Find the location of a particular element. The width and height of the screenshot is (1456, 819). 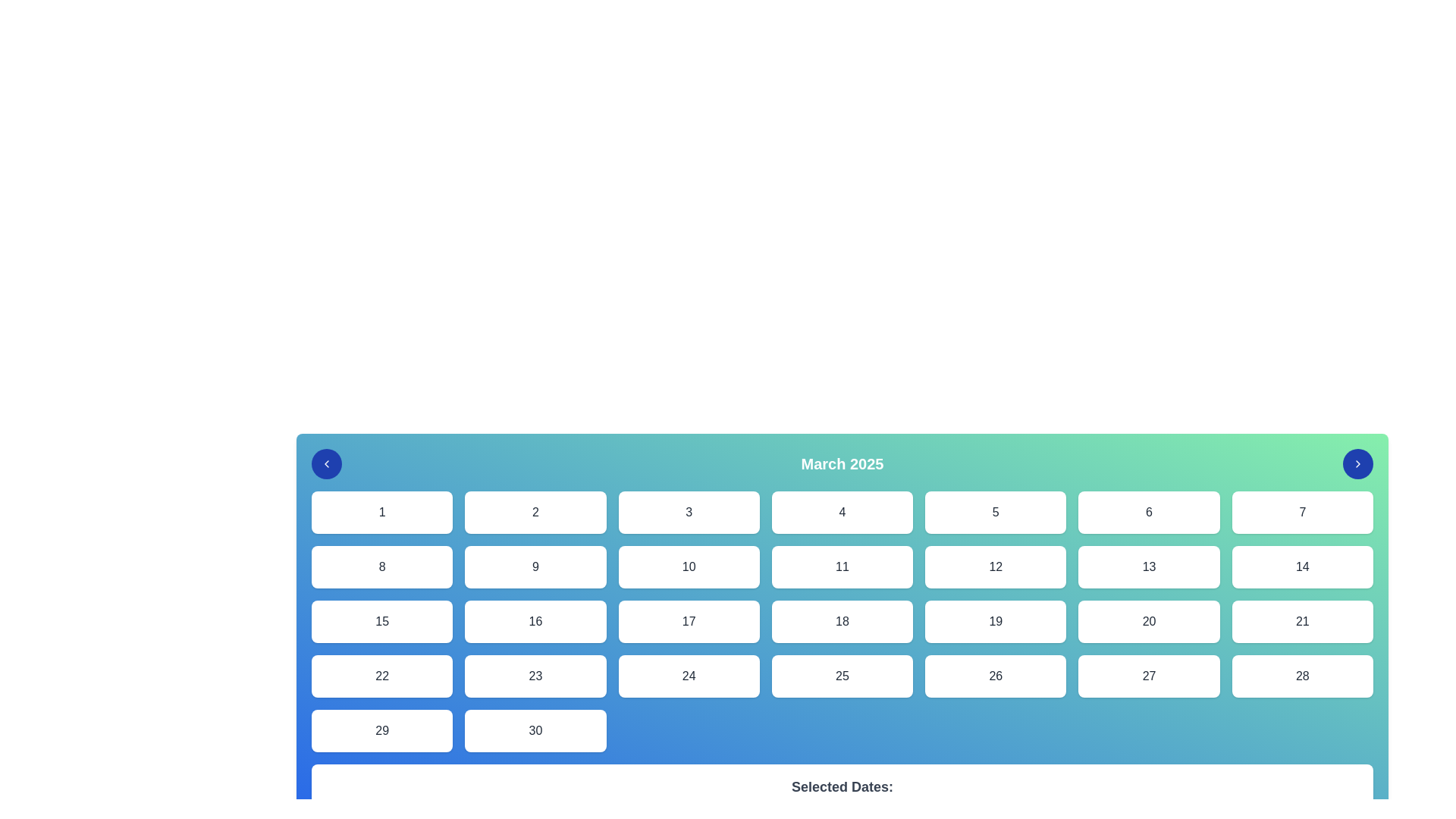

the static text label displaying 'March 2025', which is bold and large in white color, centrally aligned between two circular interactive buttons is located at coordinates (841, 463).